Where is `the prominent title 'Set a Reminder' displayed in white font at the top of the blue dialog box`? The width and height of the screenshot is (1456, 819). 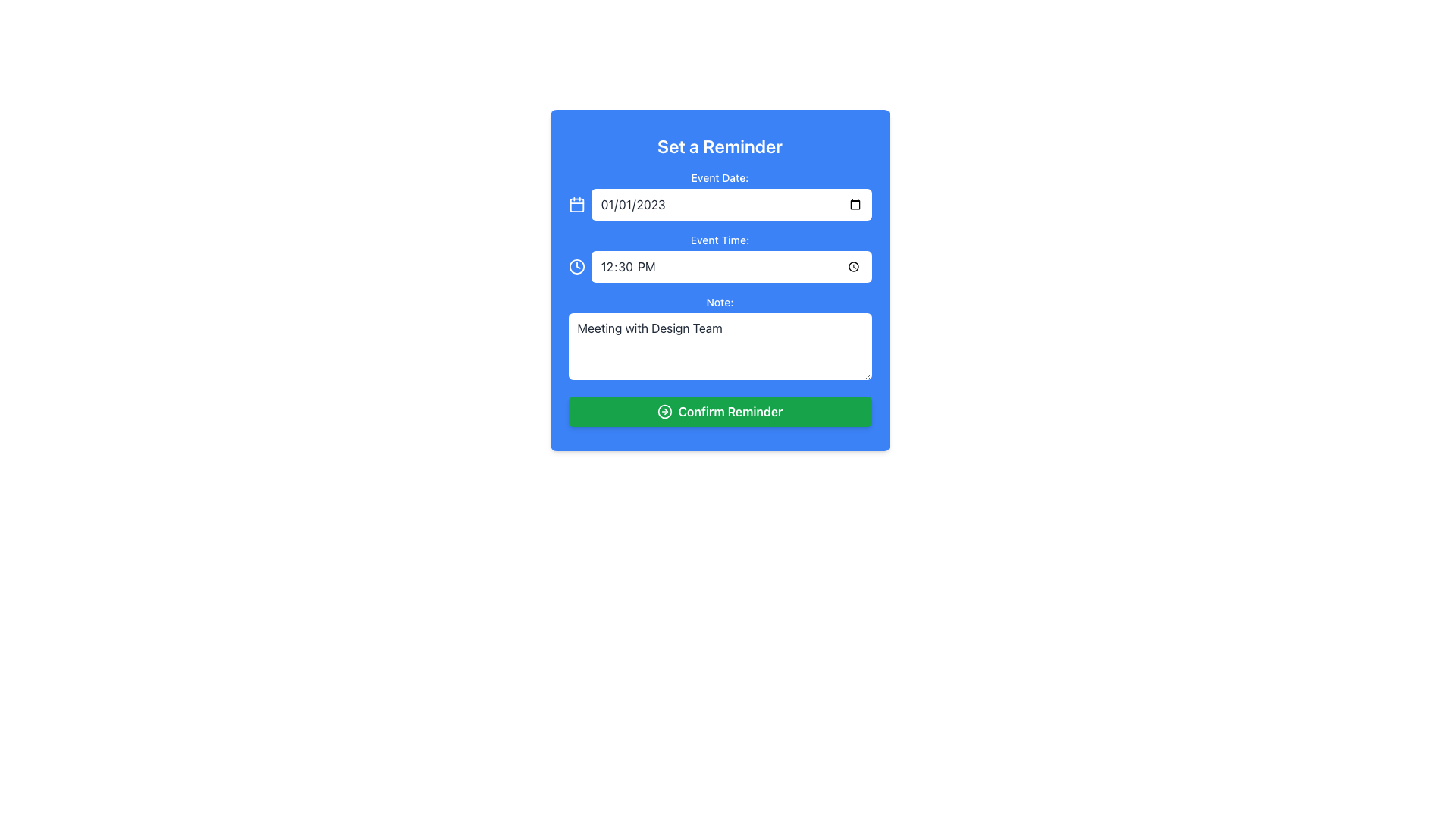
the prominent title 'Set a Reminder' displayed in white font at the top of the blue dialog box is located at coordinates (719, 146).